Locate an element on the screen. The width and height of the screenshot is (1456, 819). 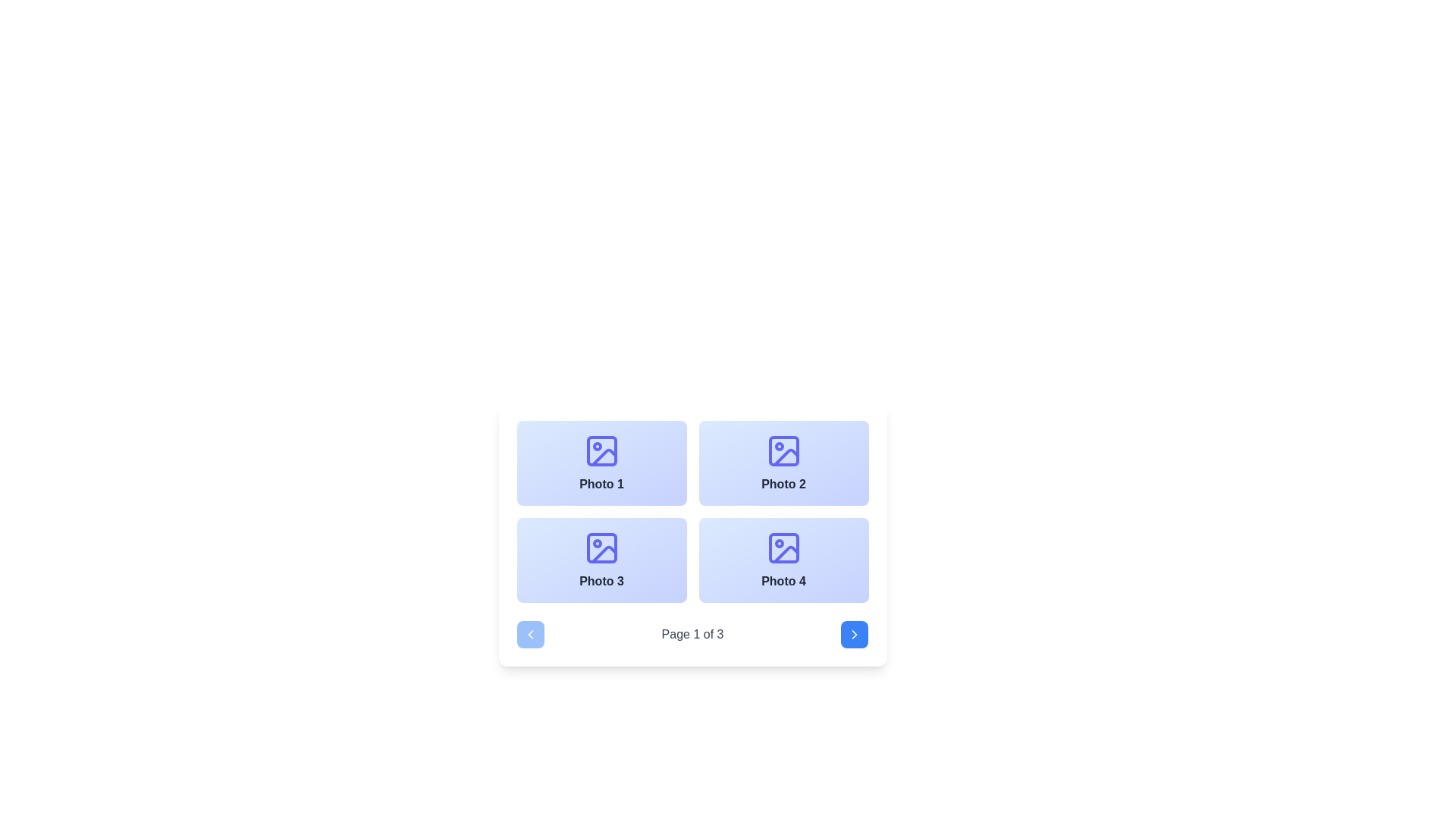
the vector graphic line element in the first photo box labeled 'Photo 1' within the grid layout is located at coordinates (603, 457).